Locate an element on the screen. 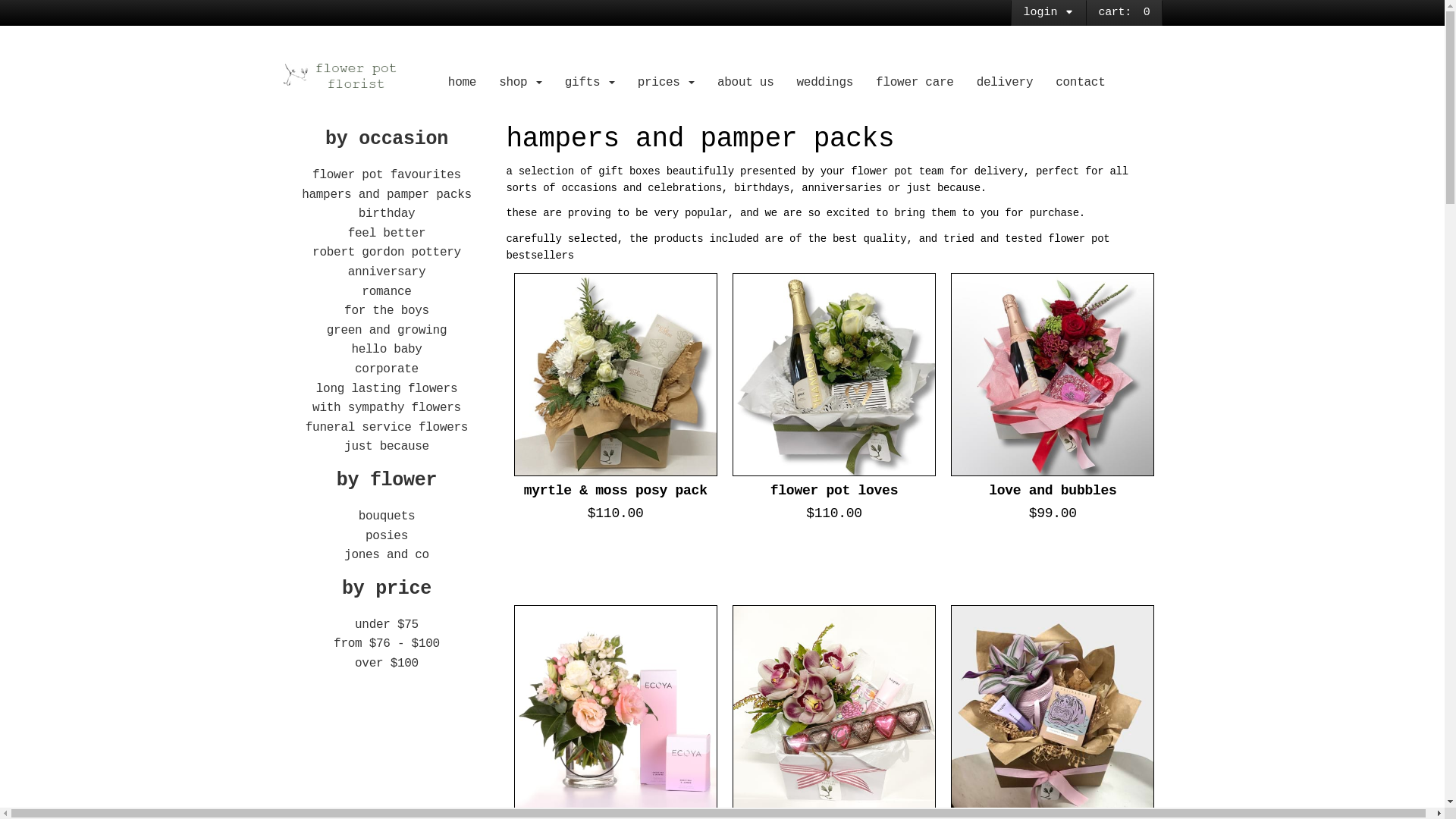  'by flower' is located at coordinates (387, 480).